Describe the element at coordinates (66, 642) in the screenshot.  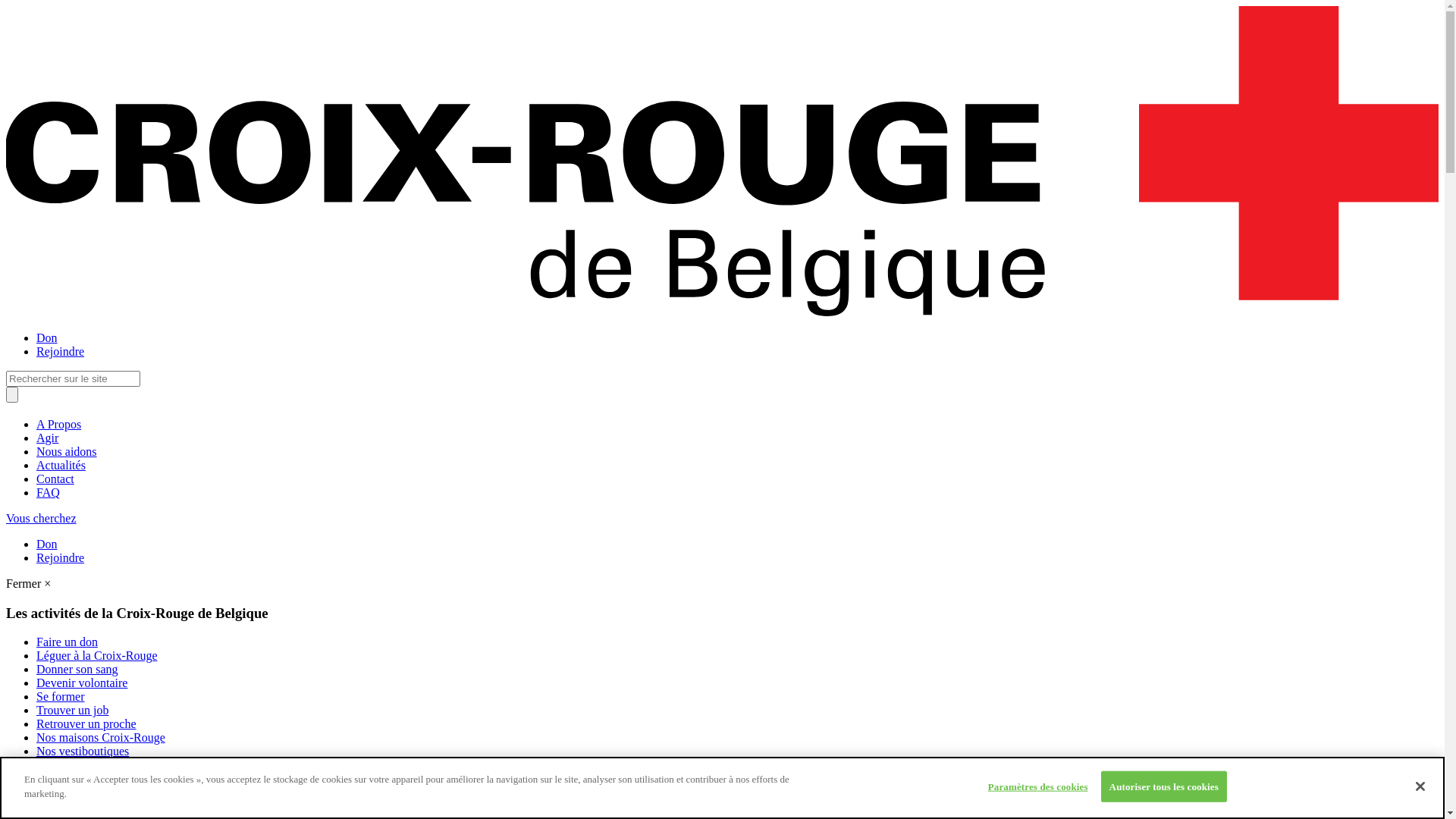
I see `'Faire un don'` at that location.